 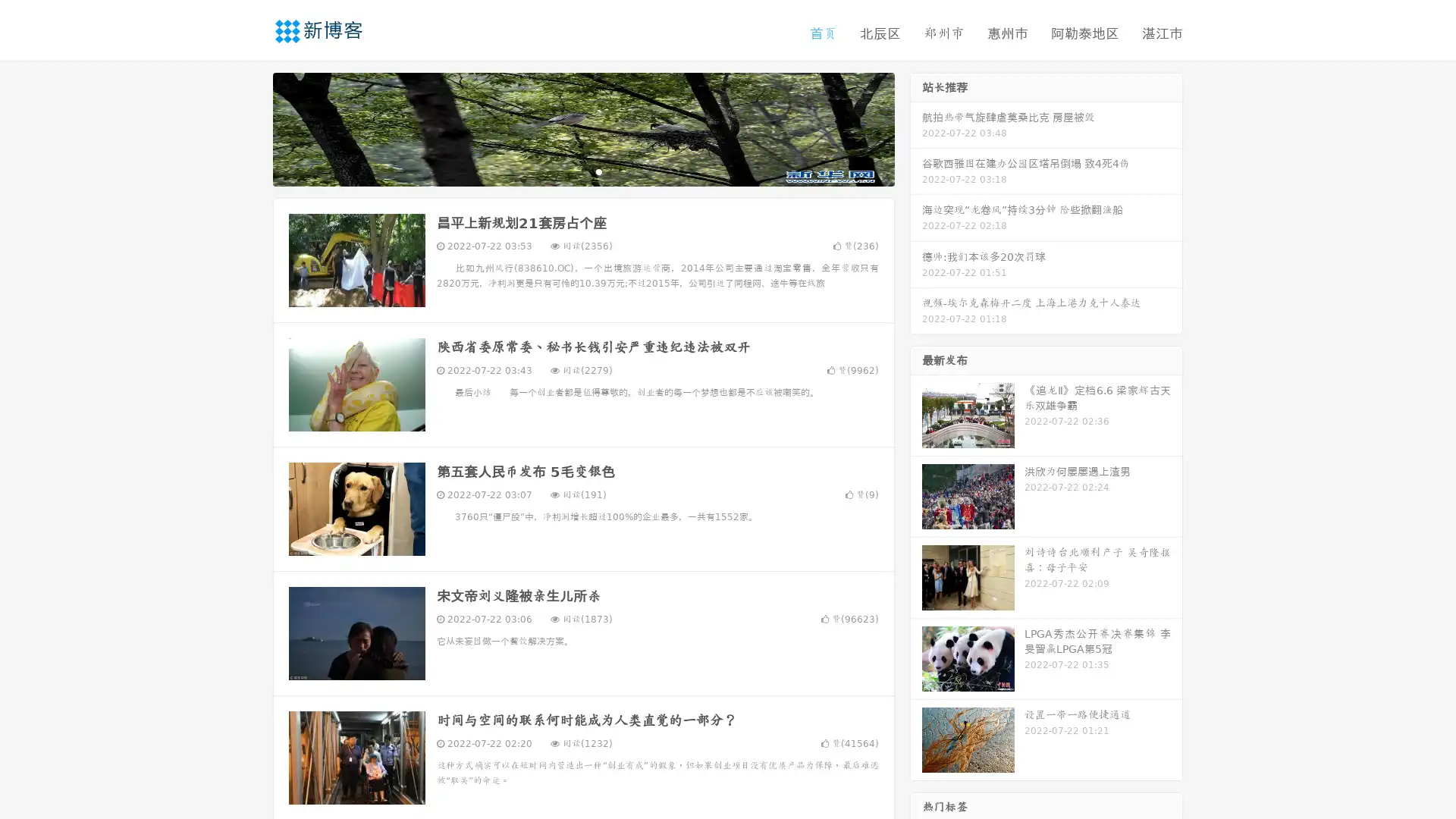 I want to click on Go to slide 3, so click(x=598, y=171).